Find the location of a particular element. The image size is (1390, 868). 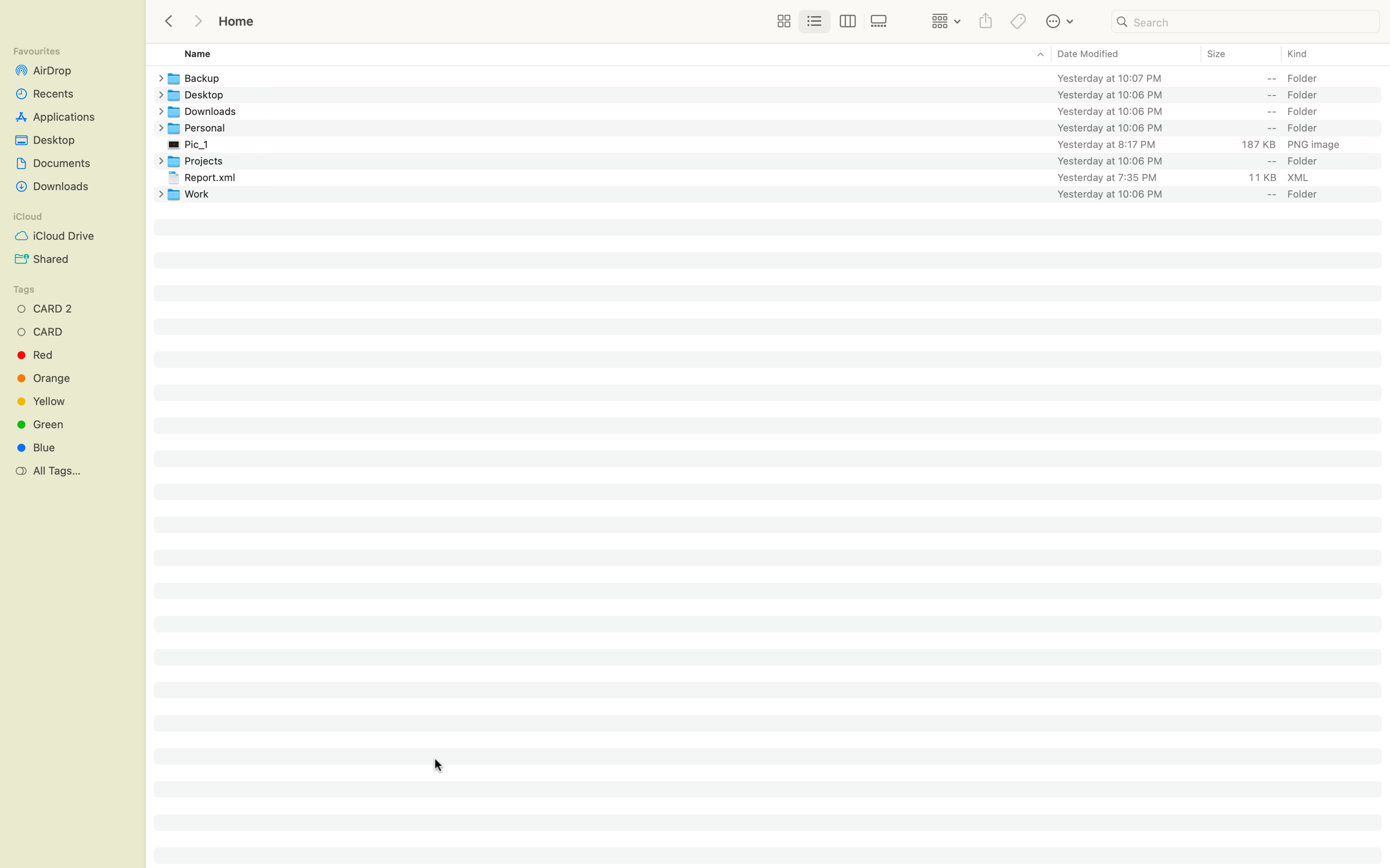

Sort the files by reverse order of date is located at coordinates (1125, 55).